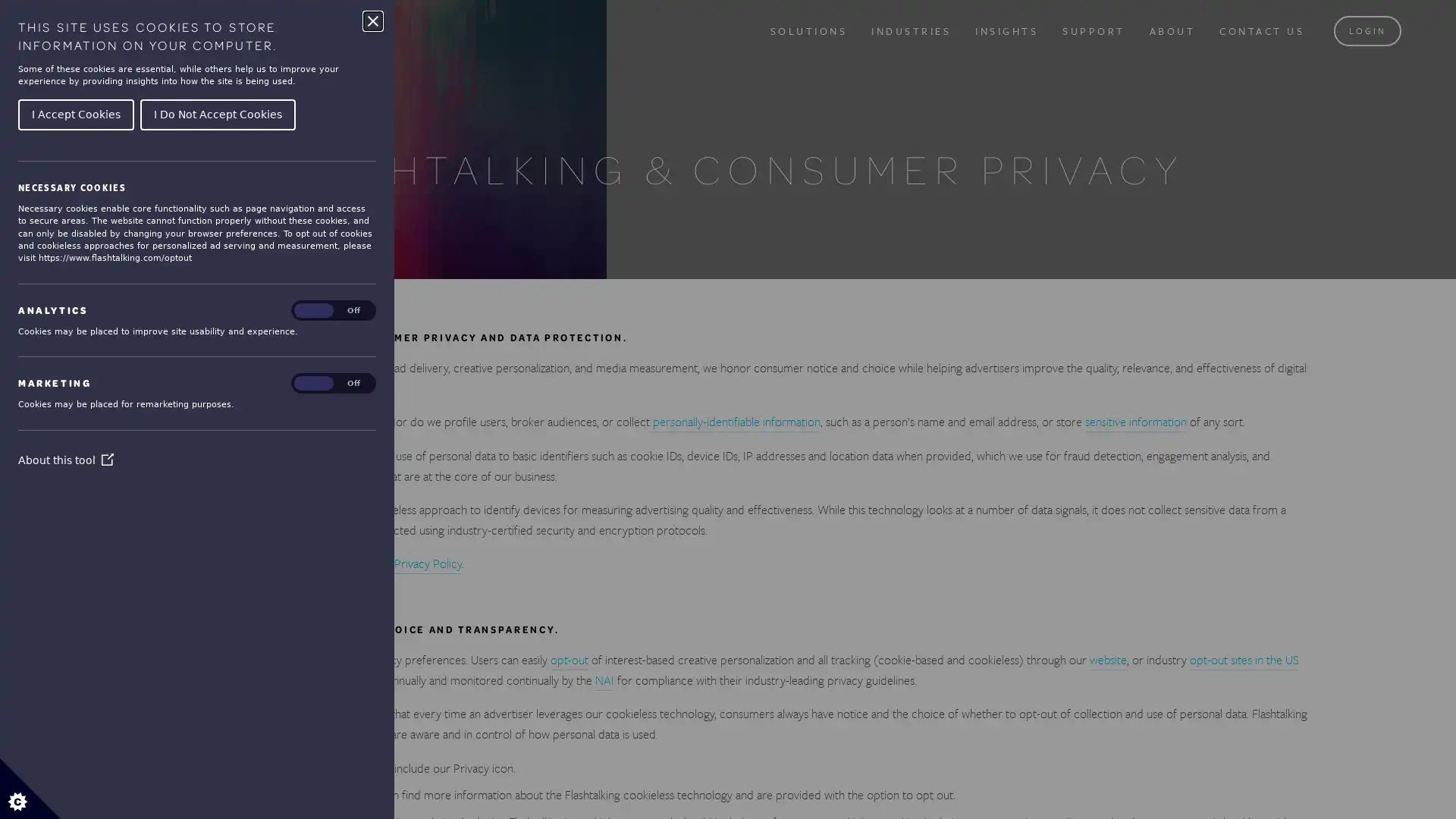  Describe the element at coordinates (75, 113) in the screenshot. I see `I Accept Cookies` at that location.